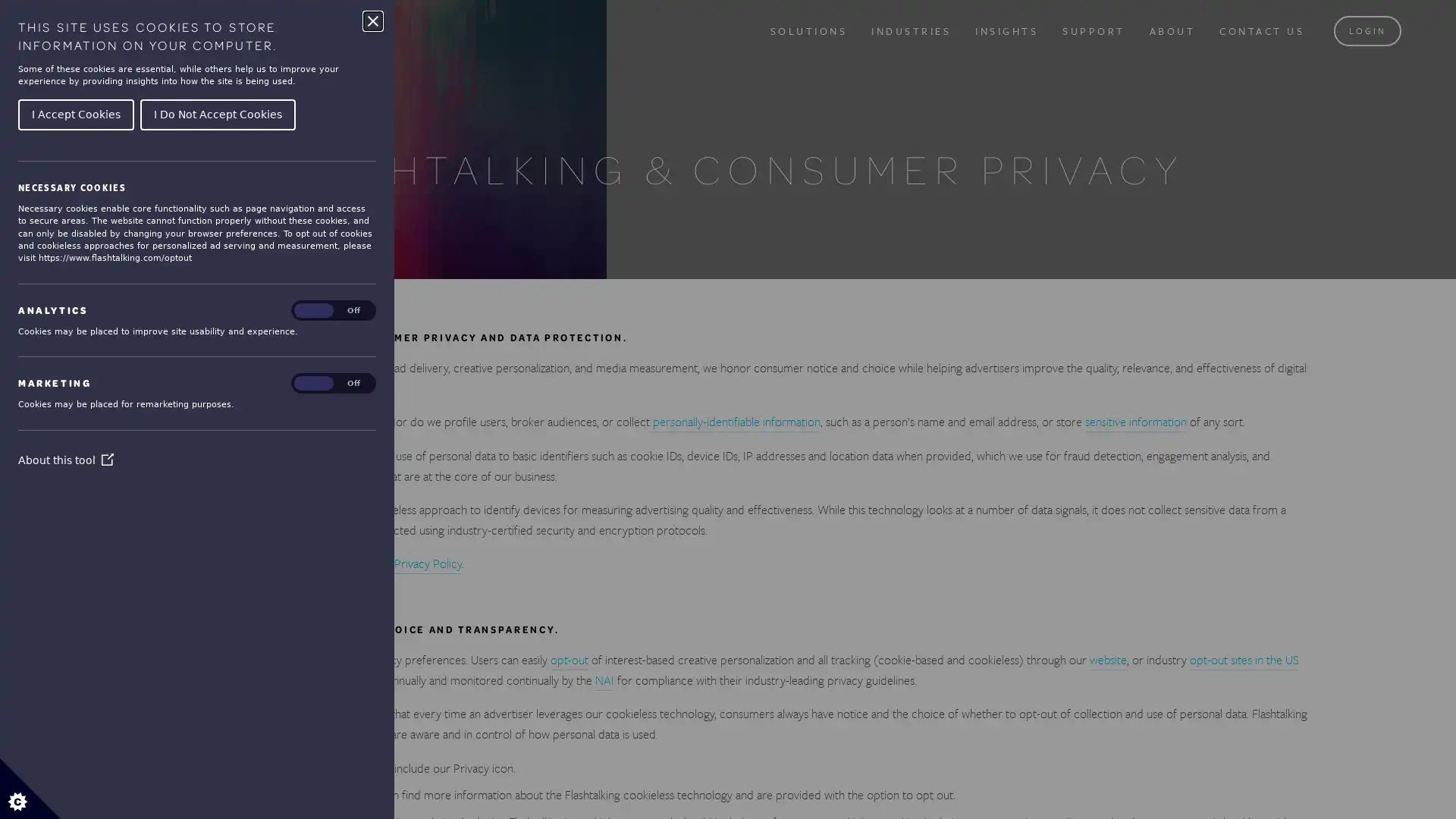  Describe the element at coordinates (75, 113) in the screenshot. I see `I Accept Cookies` at that location.